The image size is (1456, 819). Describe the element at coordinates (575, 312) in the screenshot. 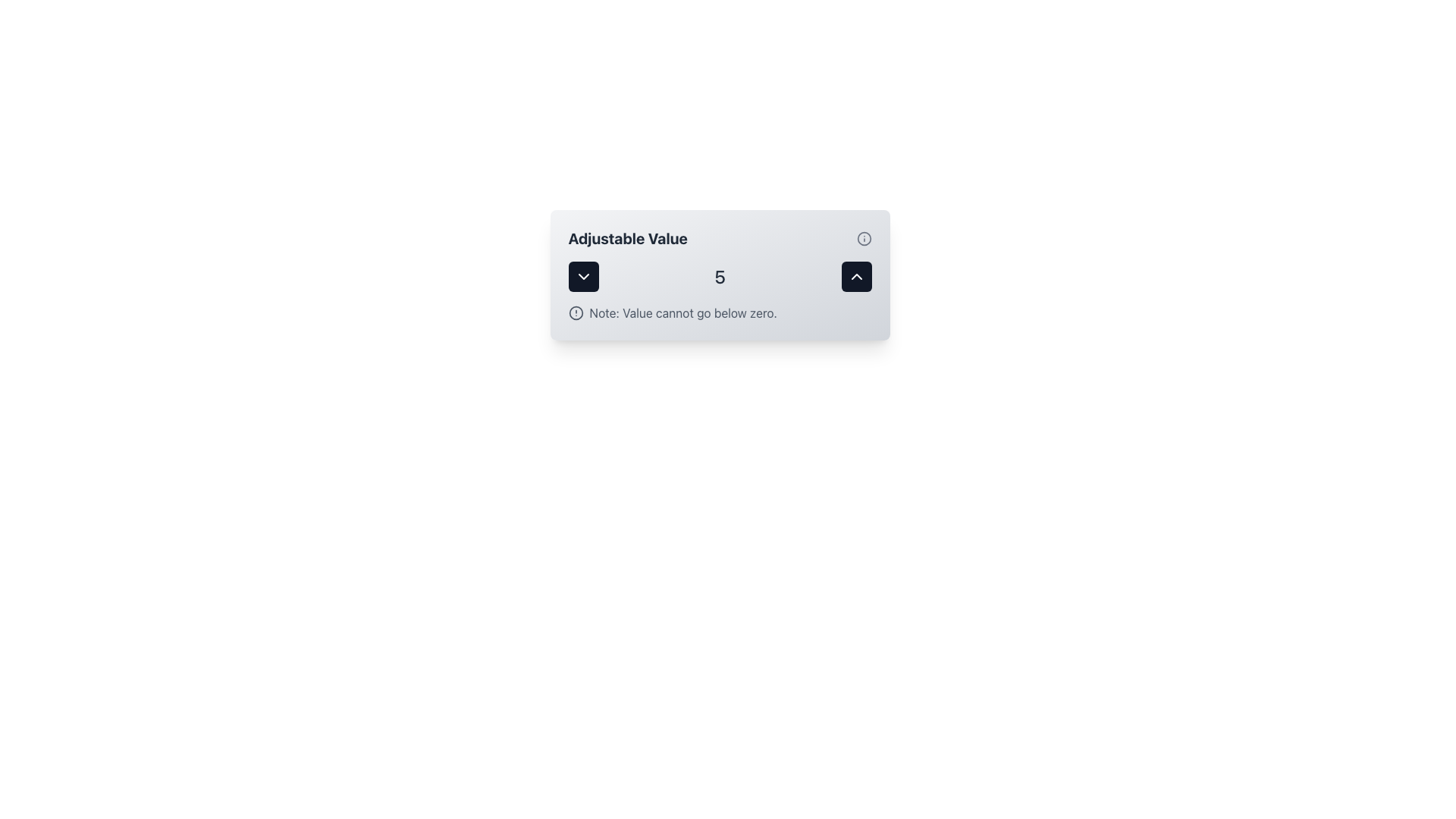

I see `the circular graphical icon component located to the left of the text 'Note: Value cannot go below zero.'` at that location.